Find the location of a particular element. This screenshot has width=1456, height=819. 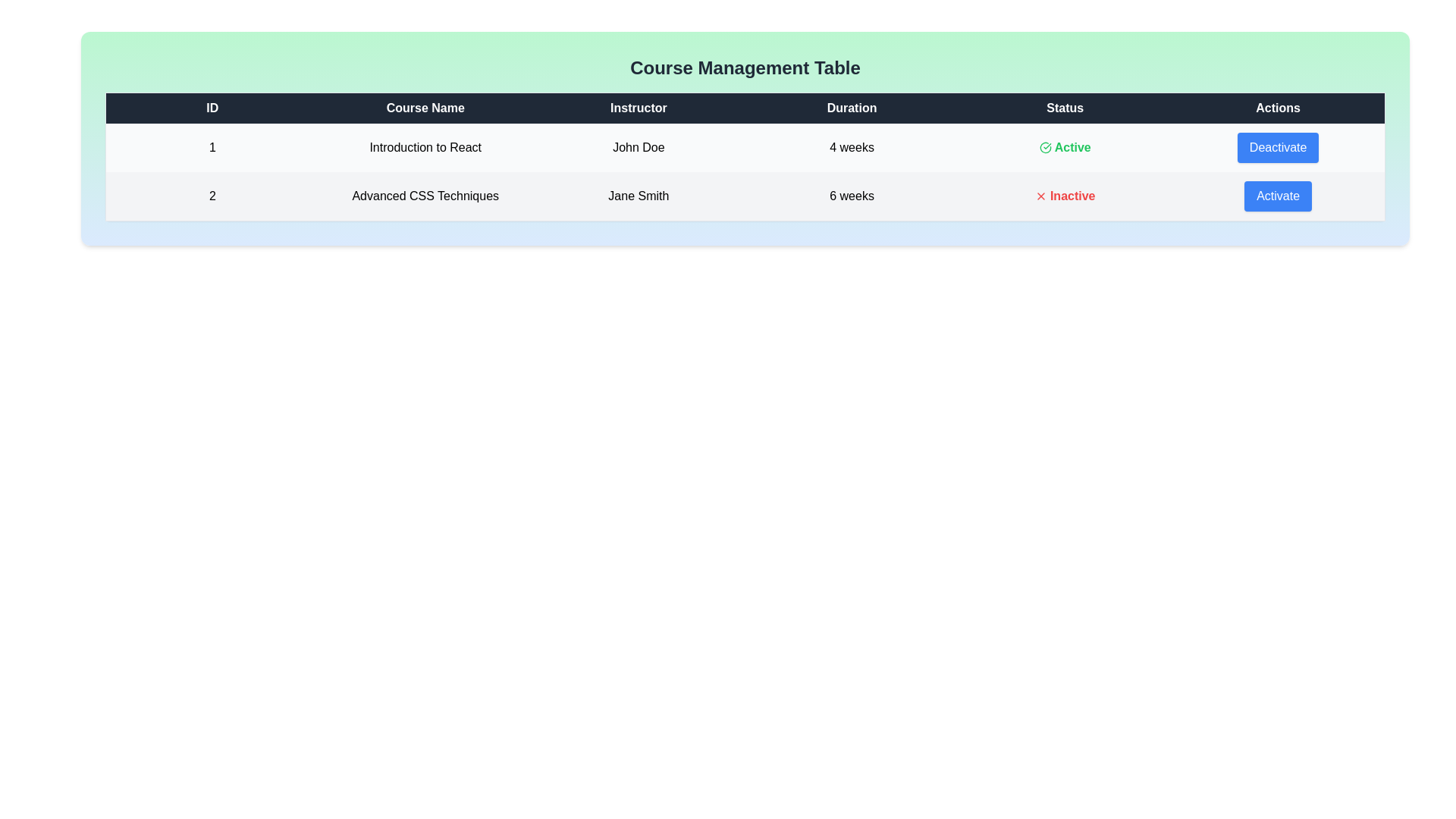

the text label '6 weeks' located in the 'Duration' column of the 'Course Management Table' under the 'Advanced CSS Techniques' course row is located at coordinates (852, 196).